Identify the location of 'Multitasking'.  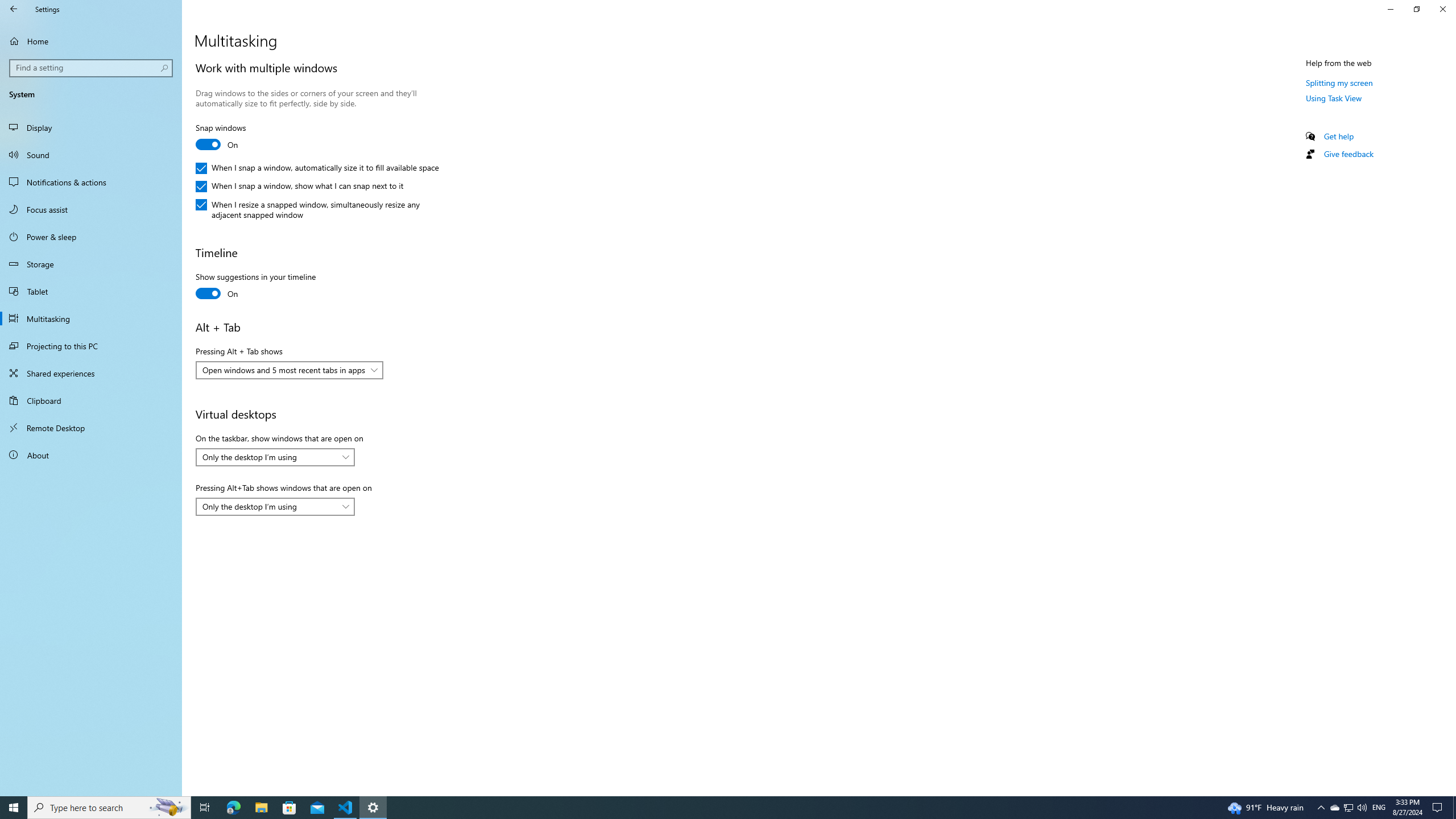
(90, 318).